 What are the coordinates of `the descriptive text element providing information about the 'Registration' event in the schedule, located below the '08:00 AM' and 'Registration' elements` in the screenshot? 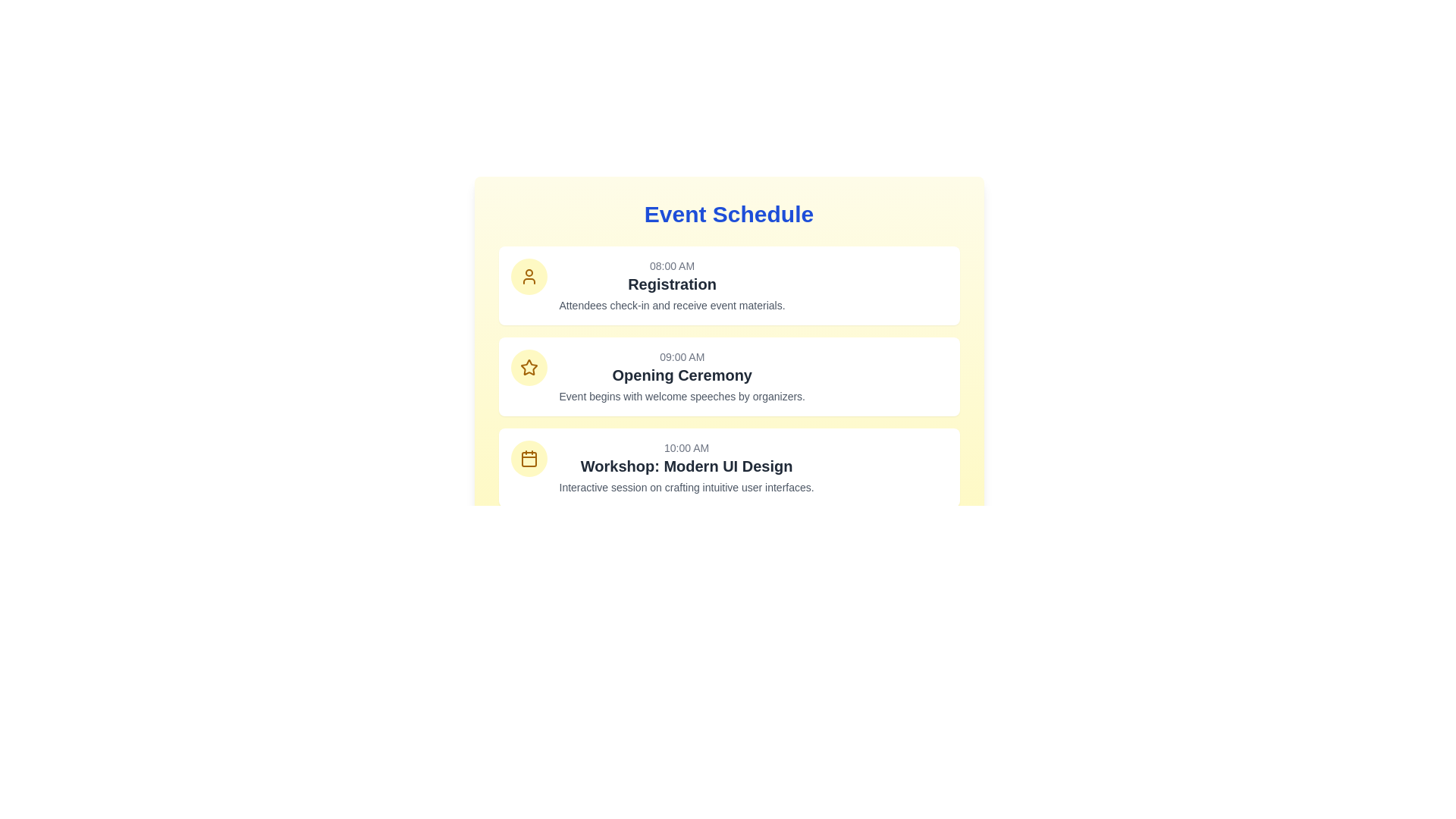 It's located at (671, 305).